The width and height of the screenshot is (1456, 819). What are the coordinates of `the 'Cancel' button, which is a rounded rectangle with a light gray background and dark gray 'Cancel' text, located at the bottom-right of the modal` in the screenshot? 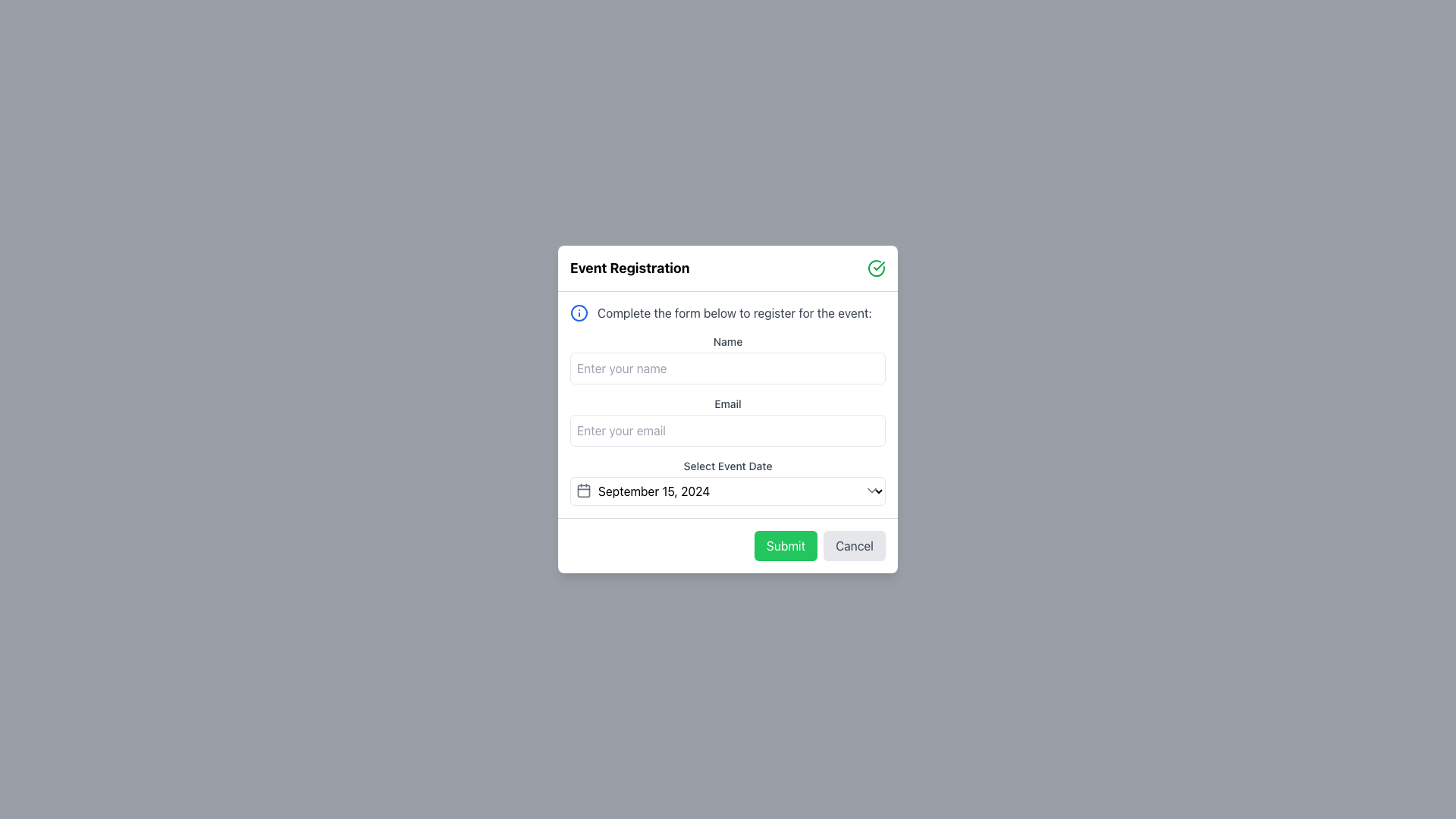 It's located at (855, 546).